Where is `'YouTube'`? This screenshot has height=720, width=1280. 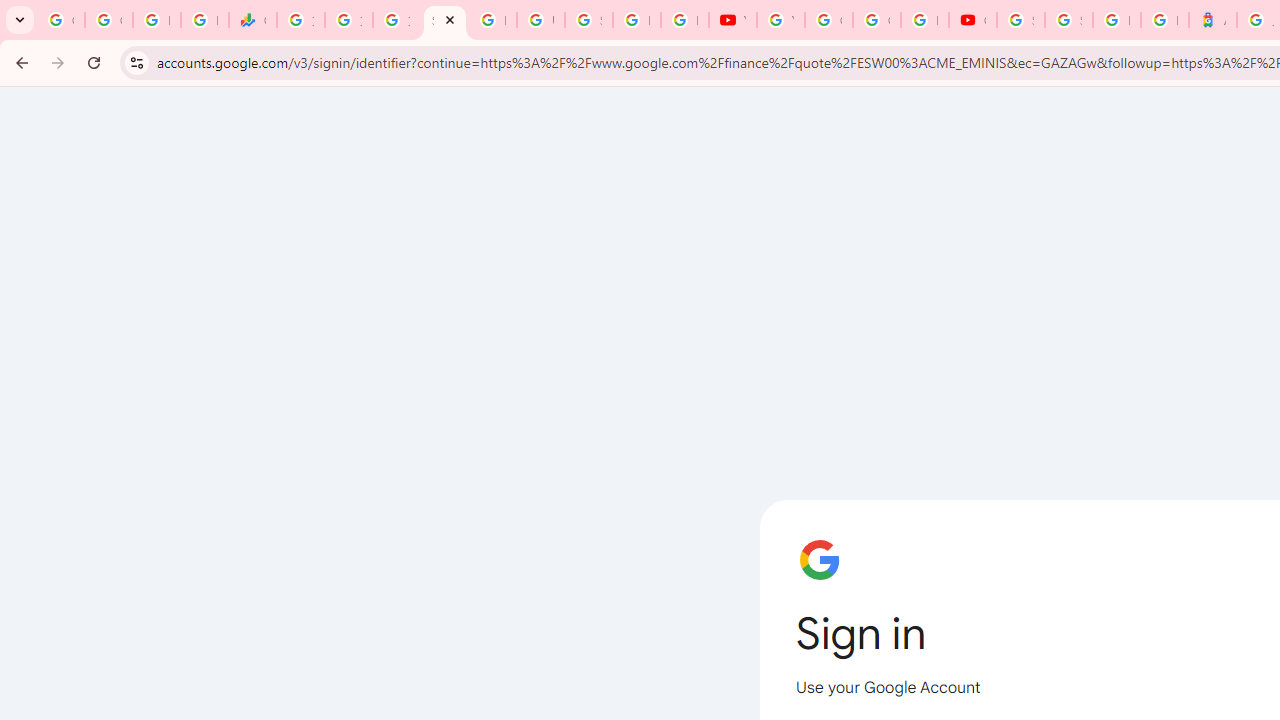
'YouTube' is located at coordinates (731, 20).